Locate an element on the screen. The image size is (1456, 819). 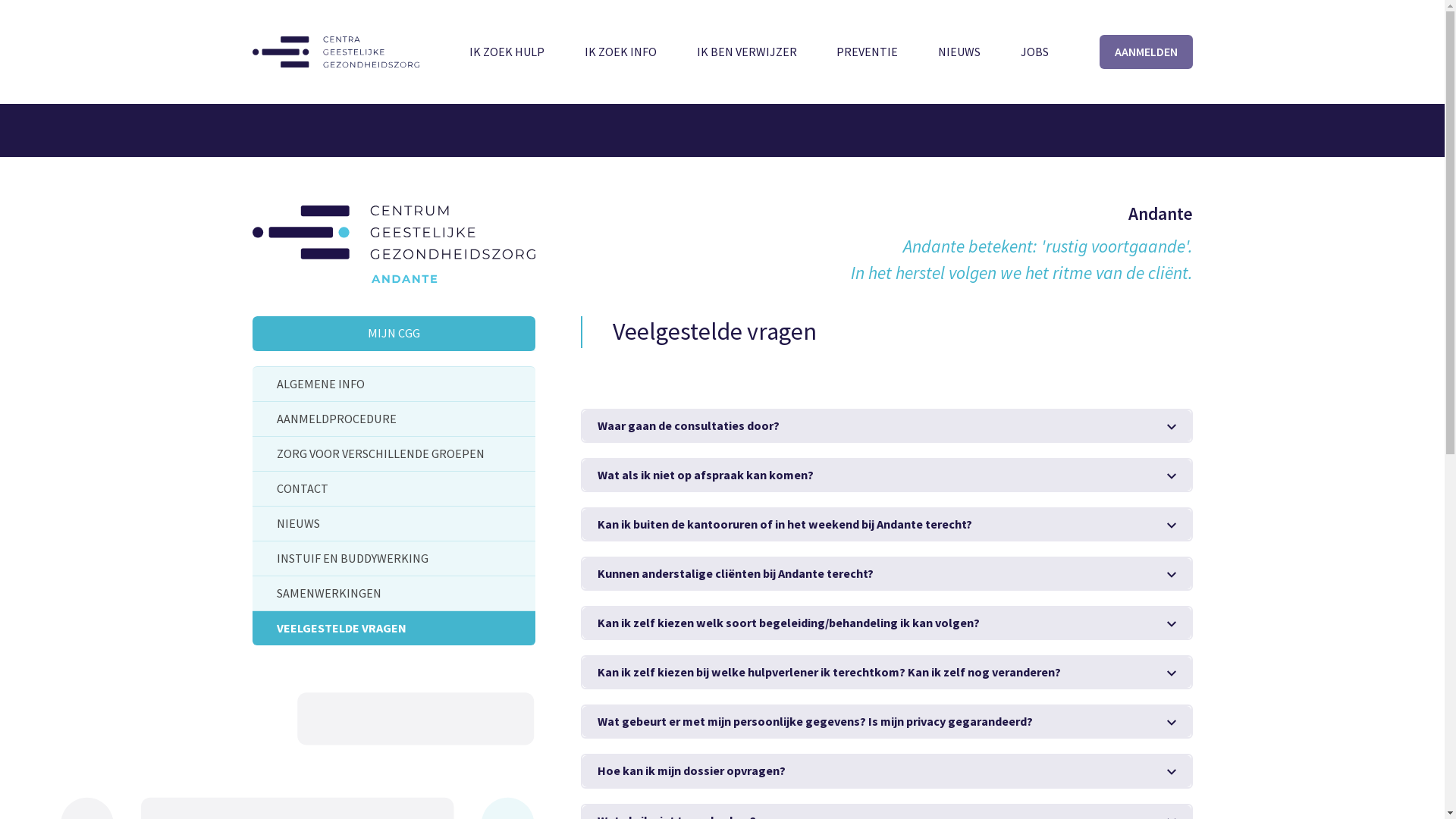
'IK BEN VERWIJZER' is located at coordinates (687, 51).